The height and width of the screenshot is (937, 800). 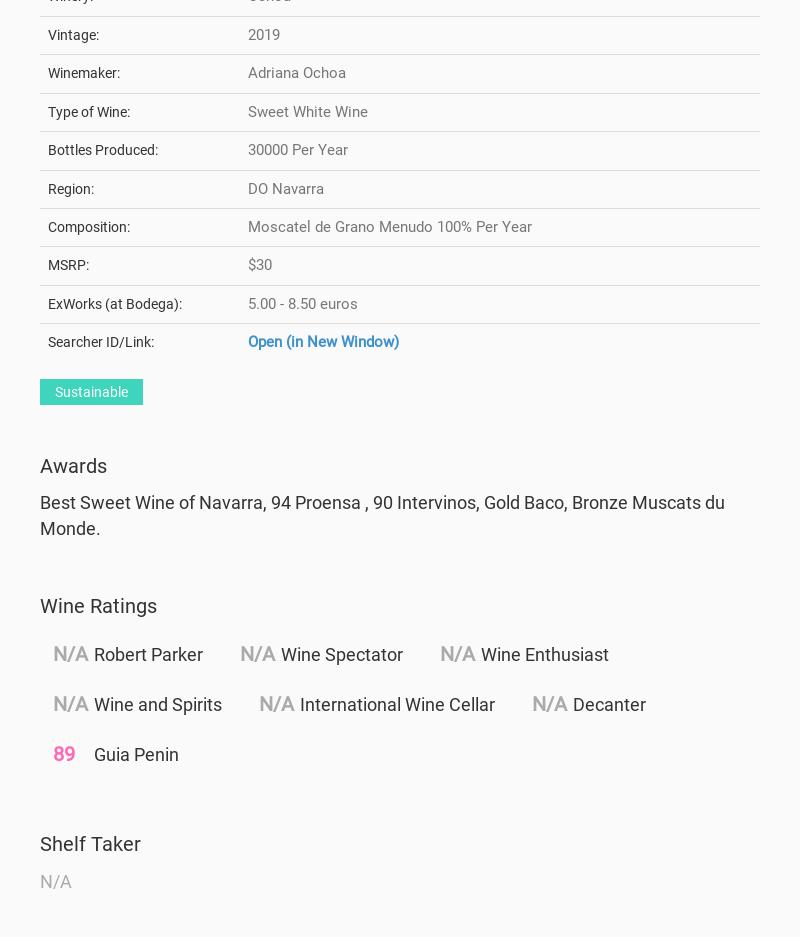 I want to click on '5.00 - 8.50 euros', so click(x=302, y=302).